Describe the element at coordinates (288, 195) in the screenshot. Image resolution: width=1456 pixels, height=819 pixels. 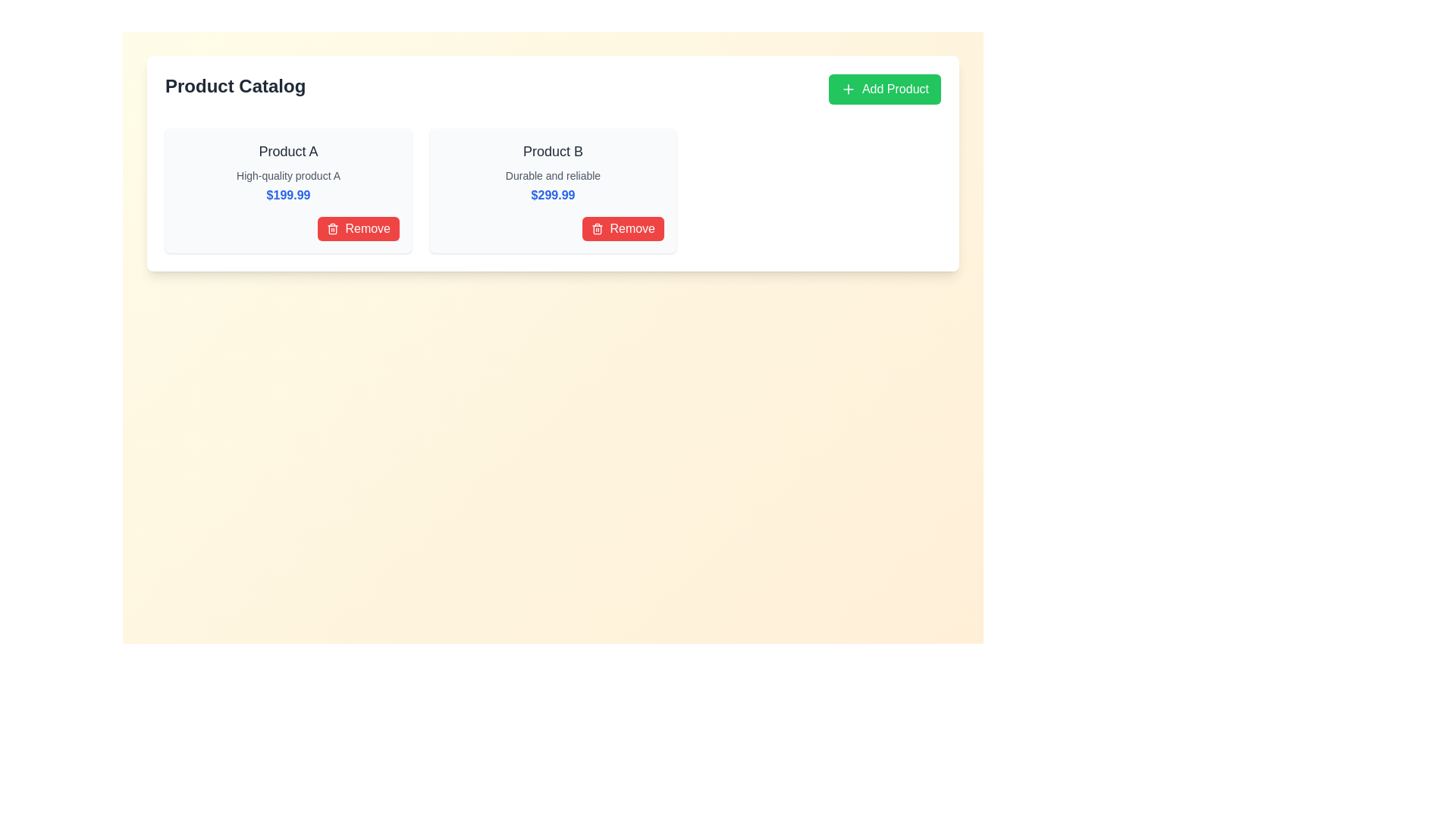
I see `the static text label displaying the price of 'Product A', located within its product card, below the product description and above the 'Remove' button` at that location.